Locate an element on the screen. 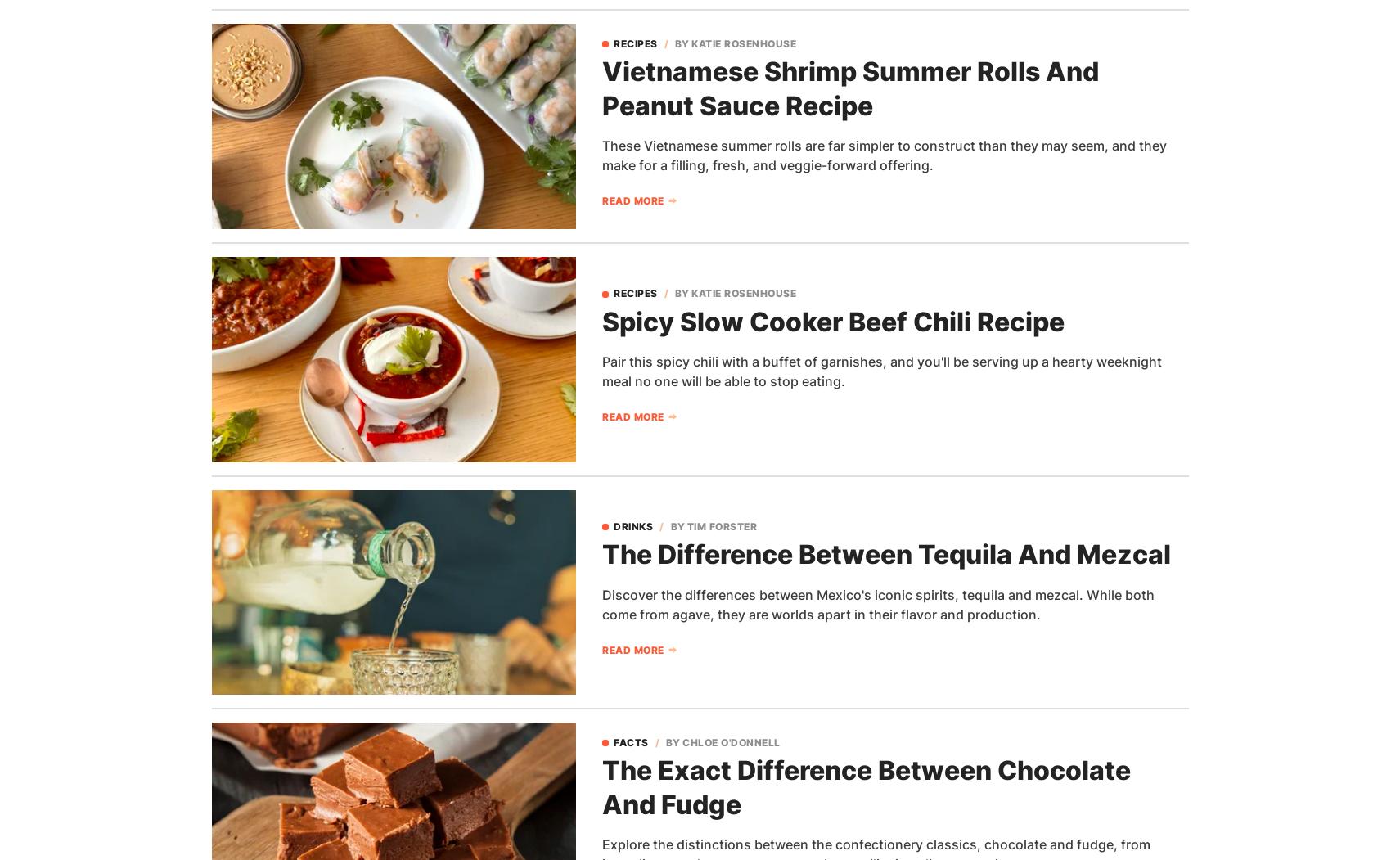 Image resolution: width=1400 pixels, height=860 pixels. 'Pair this spicy chili with a buffet of garnishes, and you'll be serving up a hearty weeknight meal no one will be able to stop eating.' is located at coordinates (881, 371).